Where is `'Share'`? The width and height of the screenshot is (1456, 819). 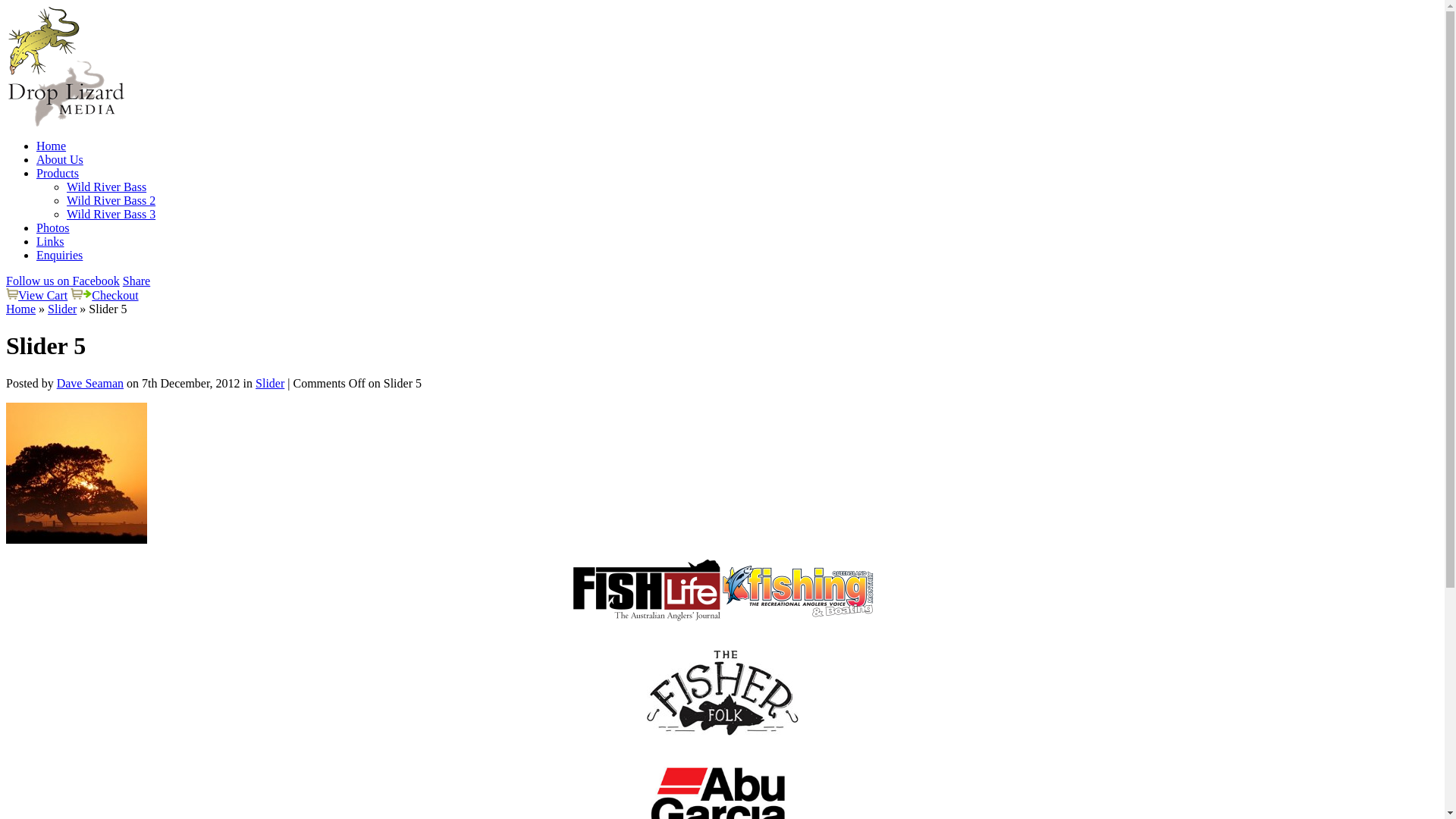
'Share' is located at coordinates (136, 281).